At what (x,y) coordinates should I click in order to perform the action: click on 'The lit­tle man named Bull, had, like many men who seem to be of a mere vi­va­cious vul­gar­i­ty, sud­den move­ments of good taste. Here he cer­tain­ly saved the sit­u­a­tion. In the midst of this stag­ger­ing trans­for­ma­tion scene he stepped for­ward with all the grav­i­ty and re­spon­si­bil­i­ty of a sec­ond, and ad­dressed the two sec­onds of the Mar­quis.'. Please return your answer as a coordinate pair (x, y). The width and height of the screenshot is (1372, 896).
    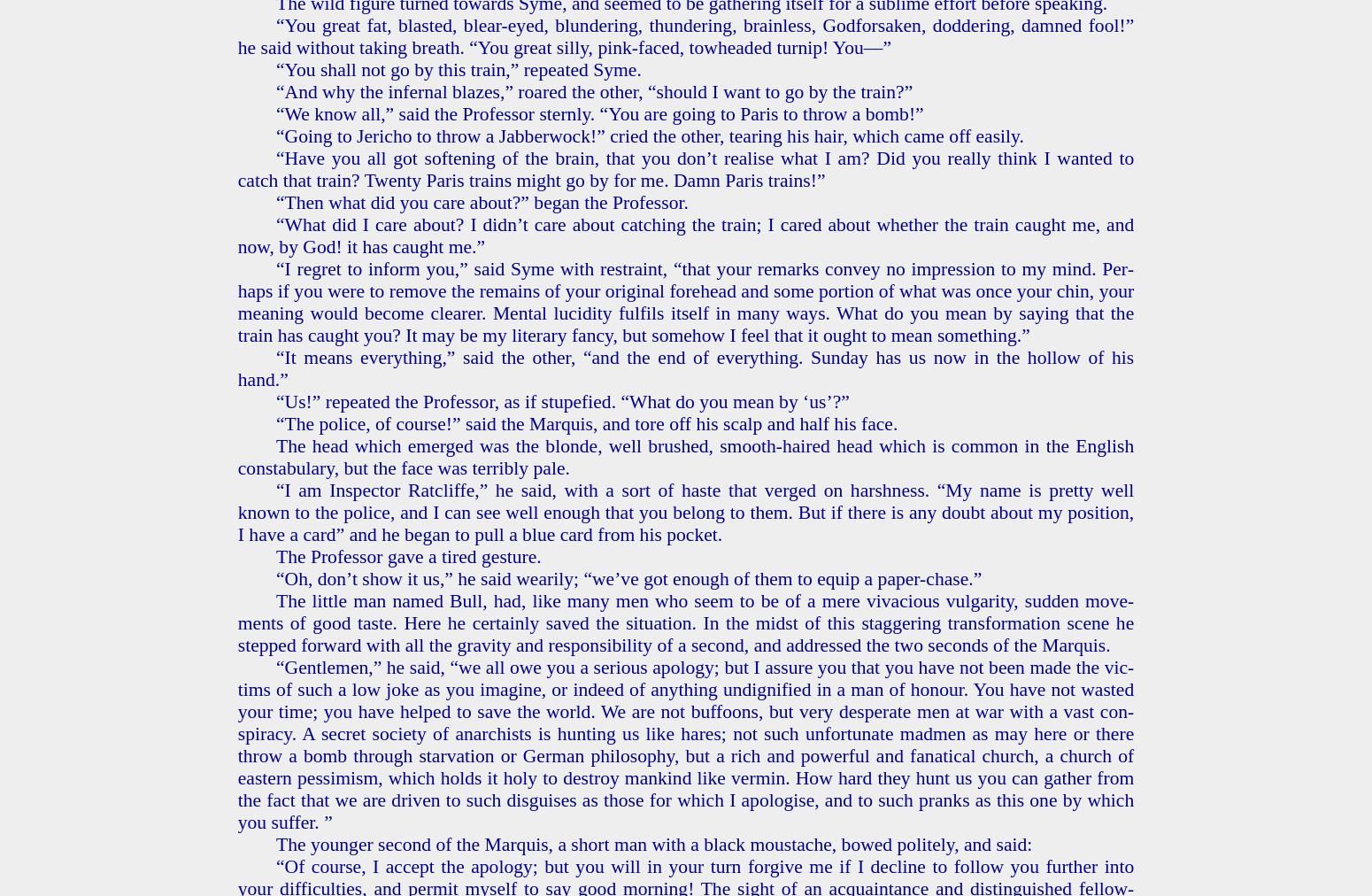
    Looking at the image, I should click on (685, 622).